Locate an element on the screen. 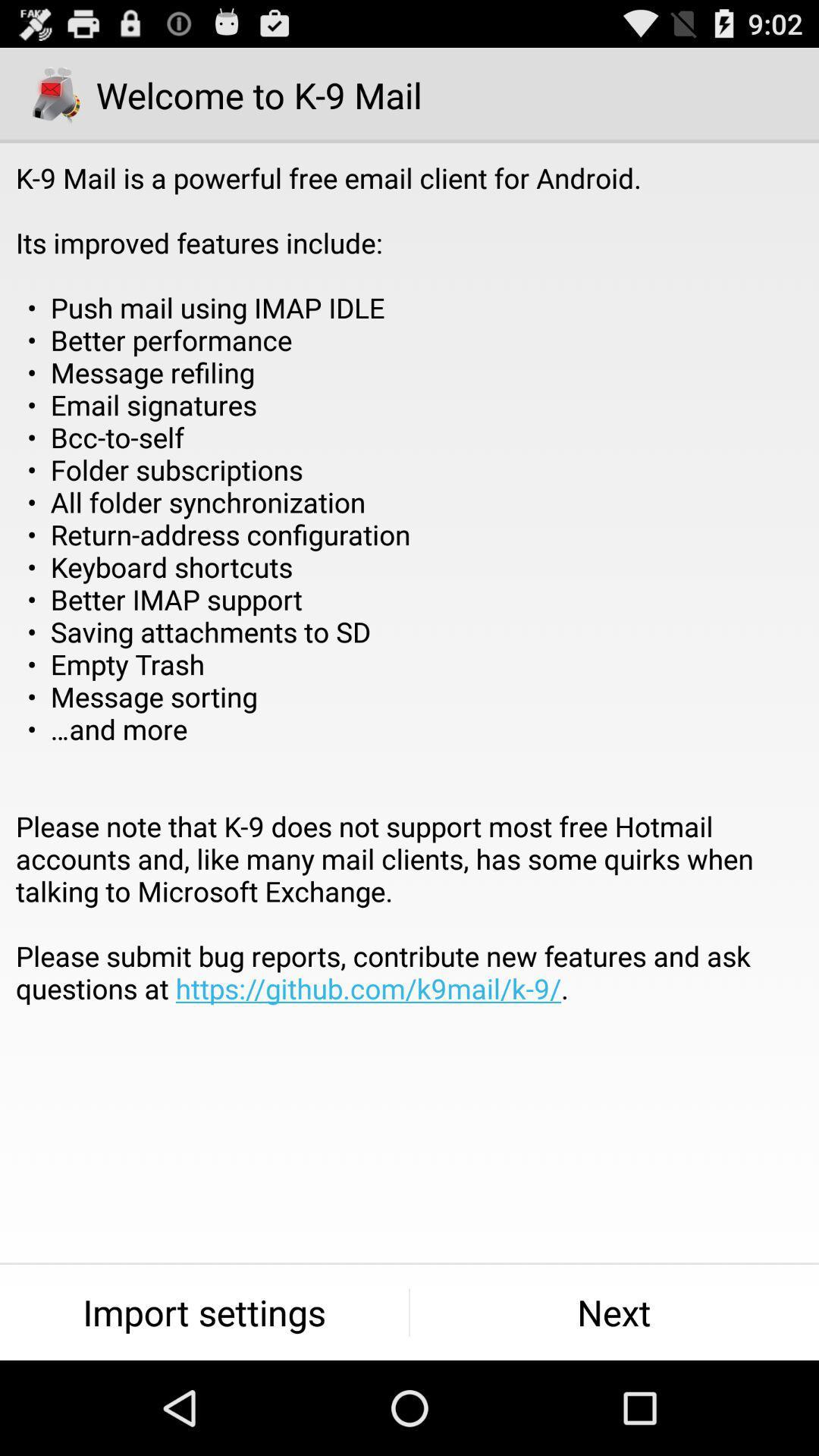 This screenshot has height=1456, width=819. the icon at the bottom left corner is located at coordinates (203, 1312).